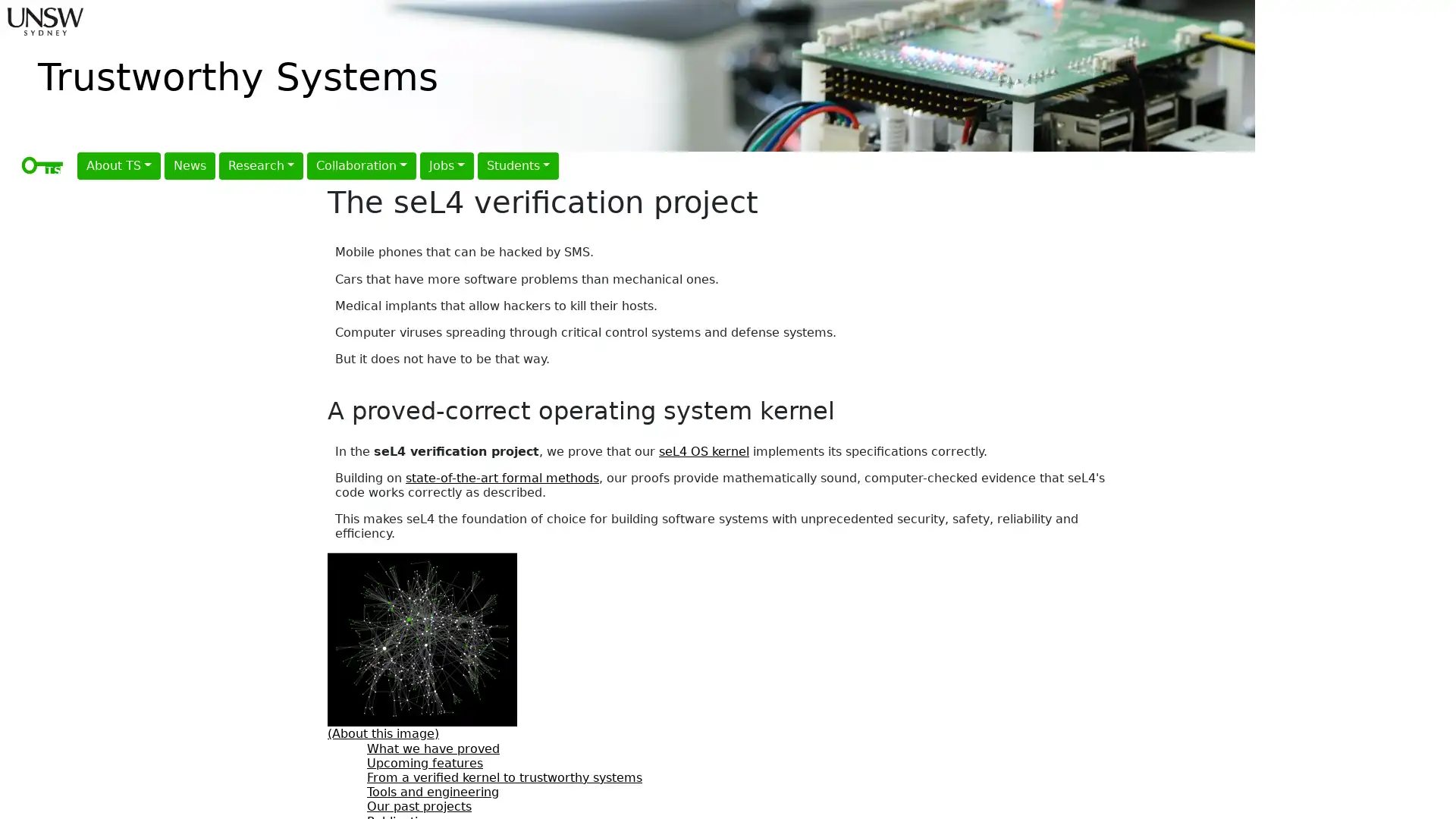 The width and height of the screenshot is (1456, 819). I want to click on Collaboration, so click(360, 165).